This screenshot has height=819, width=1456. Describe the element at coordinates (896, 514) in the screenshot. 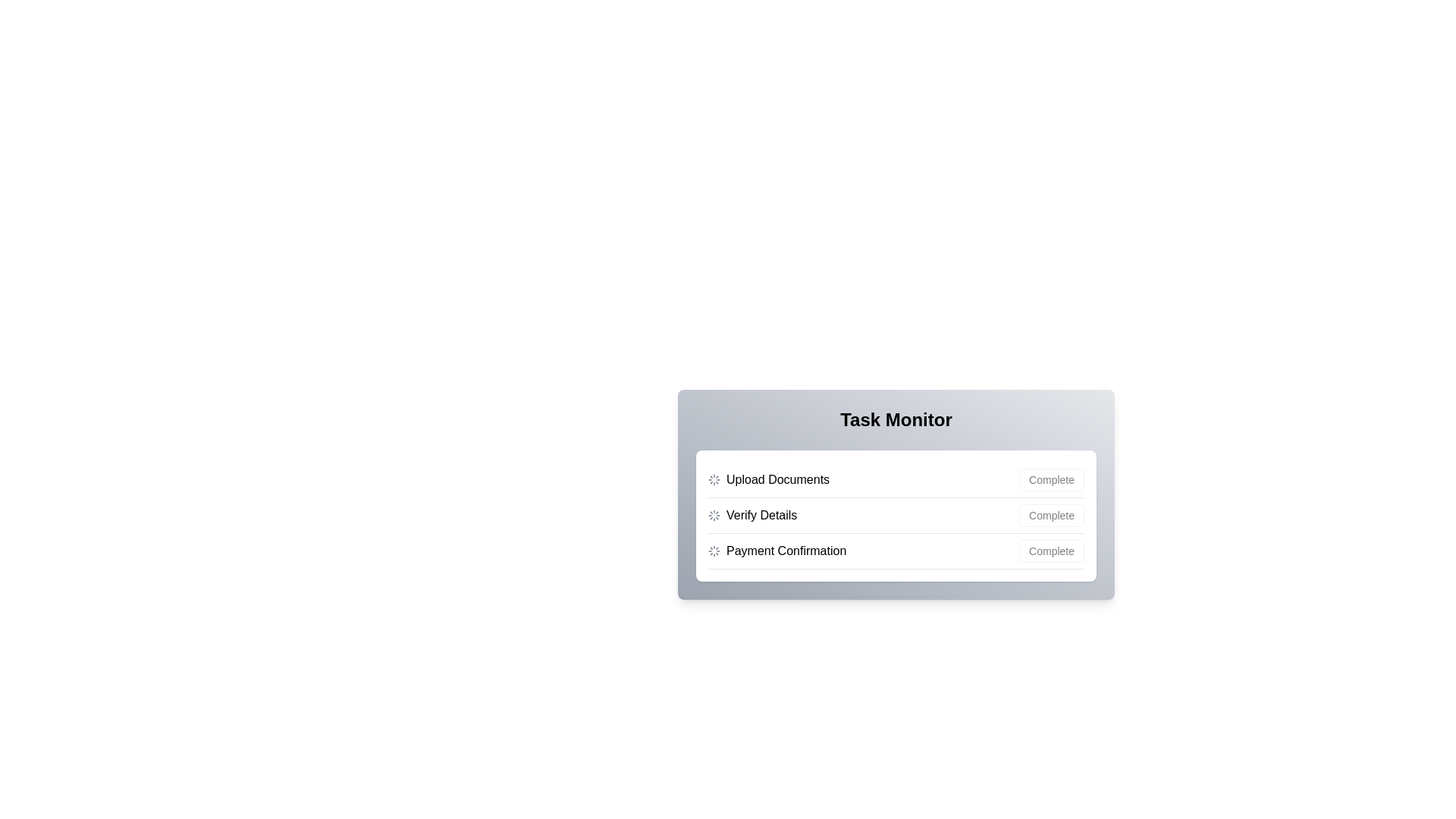

I see `the 'Verify Details' task row element, which is currently in progress and contains a disabled 'Complete' button, for task status verification` at that location.